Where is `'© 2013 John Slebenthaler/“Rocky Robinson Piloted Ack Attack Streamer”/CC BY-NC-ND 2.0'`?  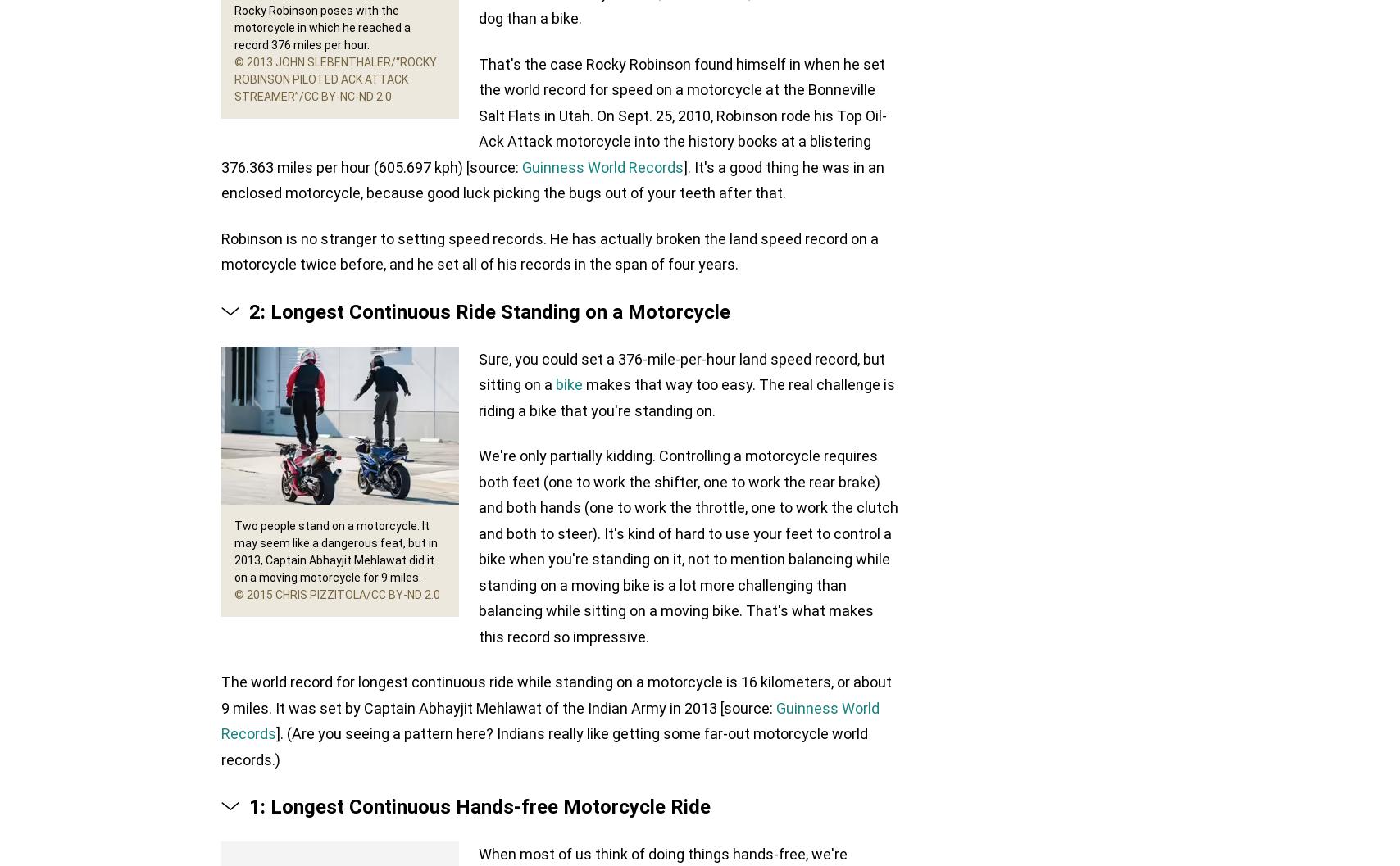 '© 2013 John Slebenthaler/“Rocky Robinson Piloted Ack Attack Streamer”/CC BY-NC-ND 2.0' is located at coordinates (335, 79).